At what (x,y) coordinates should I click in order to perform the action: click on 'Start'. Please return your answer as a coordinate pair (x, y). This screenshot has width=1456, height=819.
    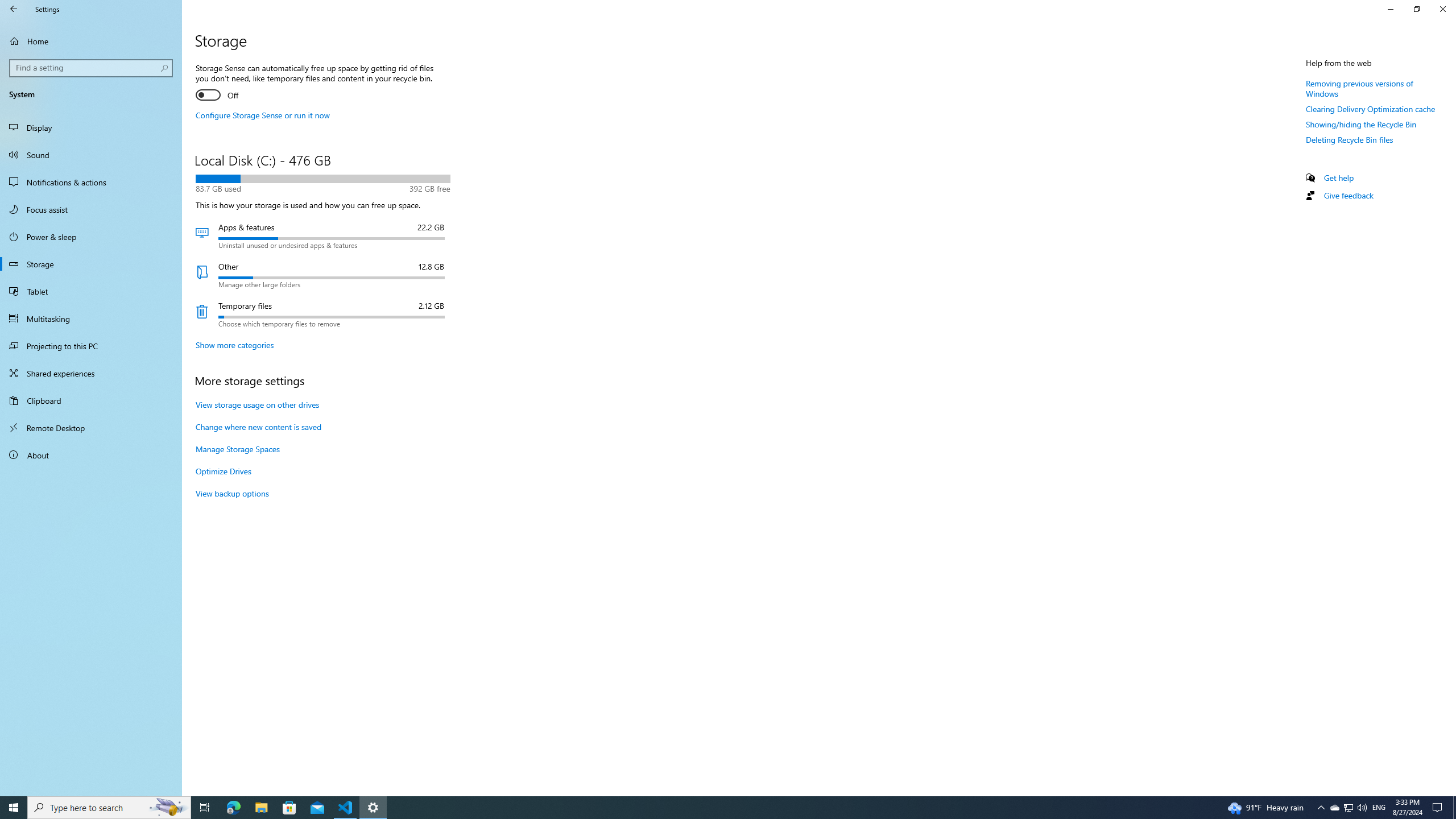
    Looking at the image, I should click on (14, 806).